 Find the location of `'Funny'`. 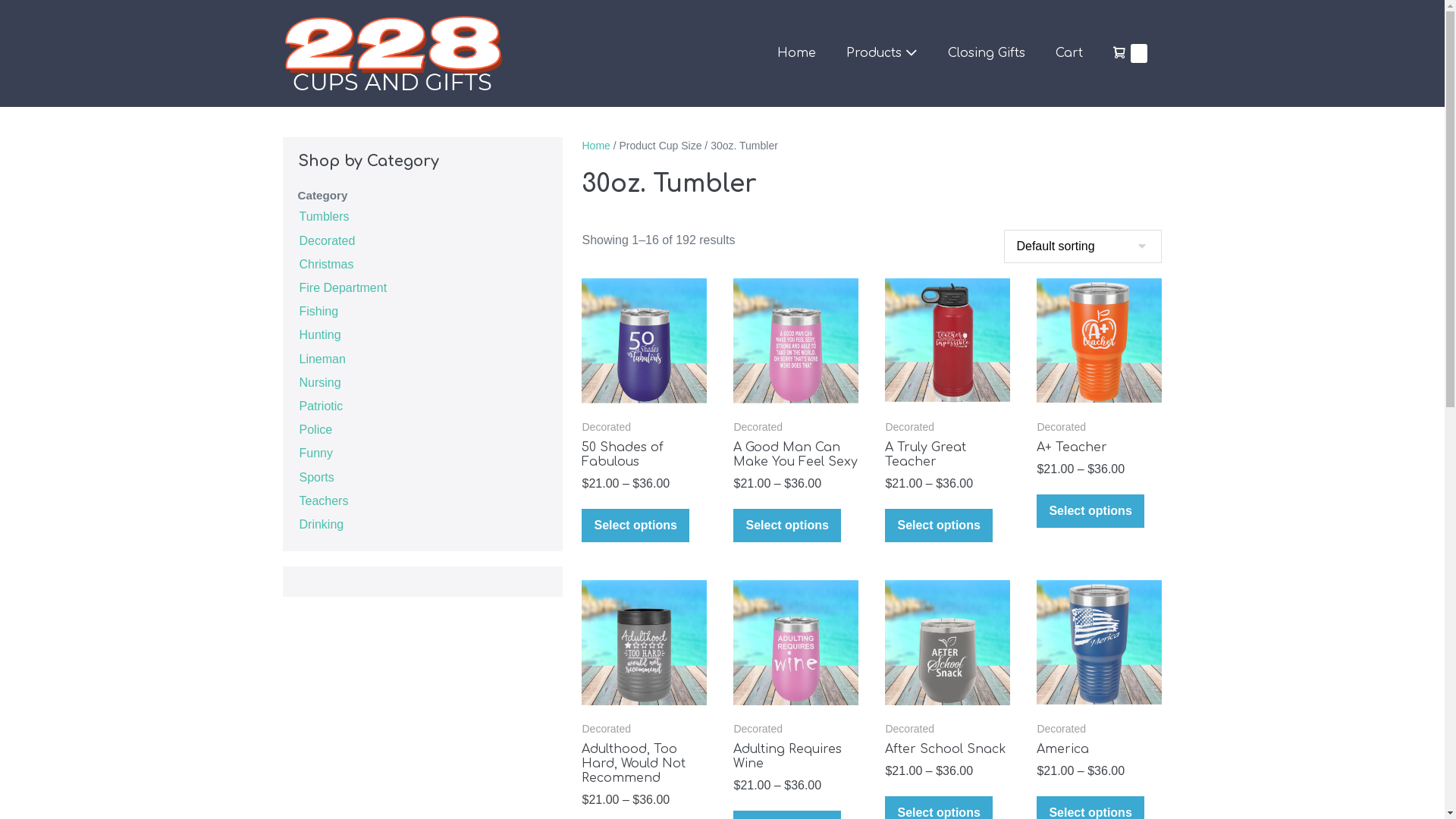

'Funny' is located at coordinates (315, 451).